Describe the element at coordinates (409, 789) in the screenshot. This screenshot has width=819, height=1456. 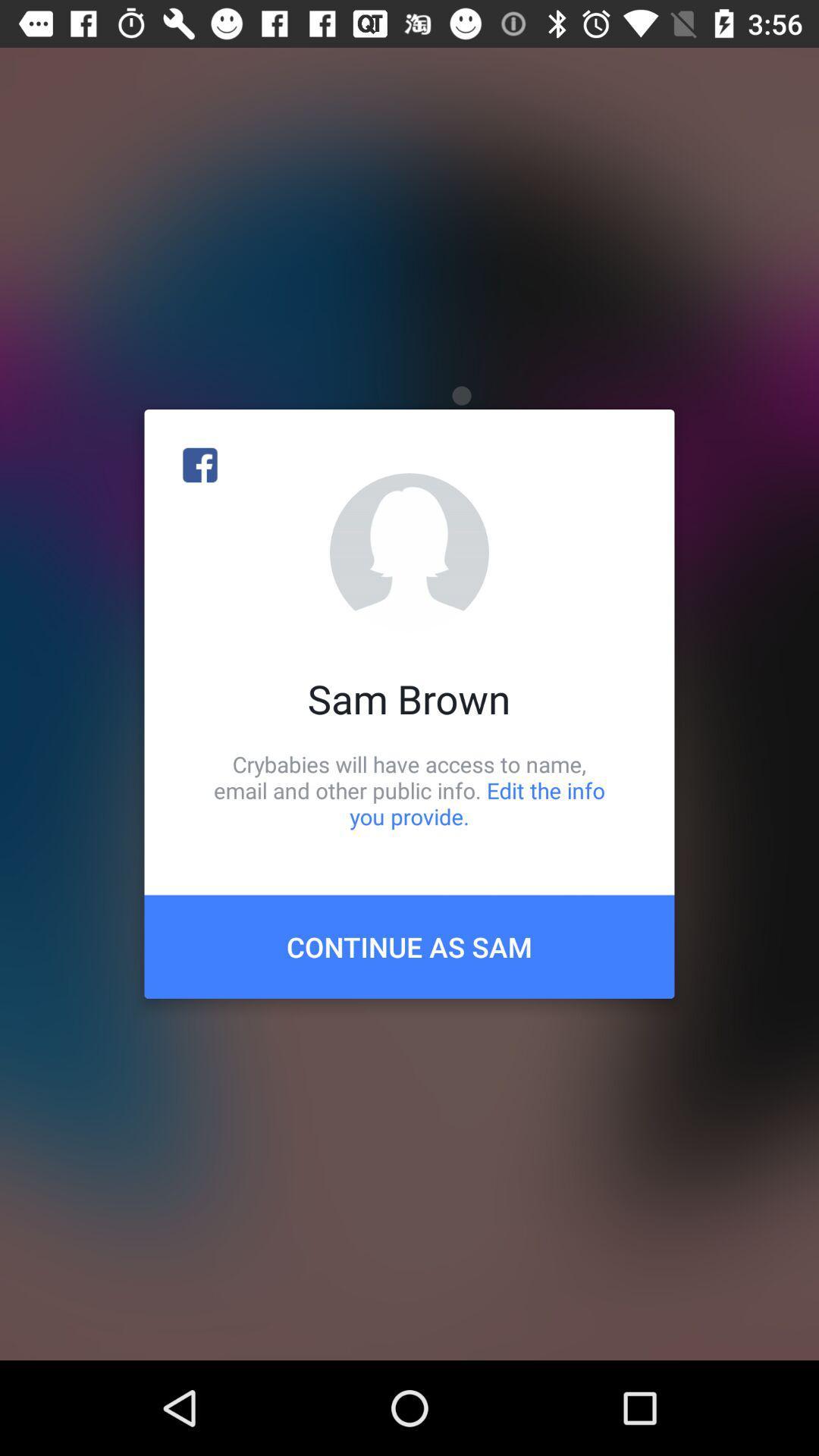
I see `the icon below sam brown item` at that location.